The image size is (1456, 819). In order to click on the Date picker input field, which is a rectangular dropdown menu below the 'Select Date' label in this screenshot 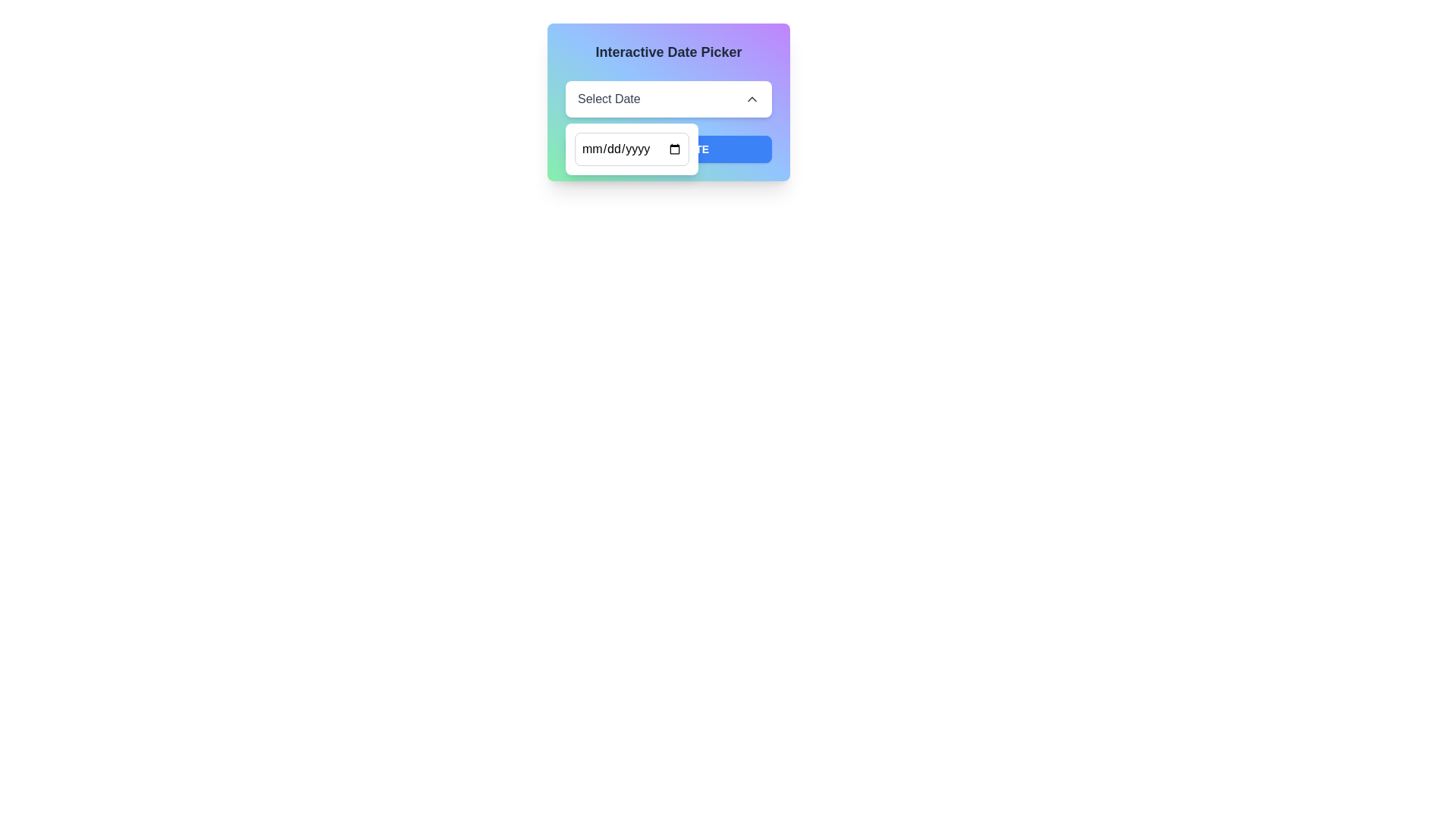, I will do `click(632, 149)`.